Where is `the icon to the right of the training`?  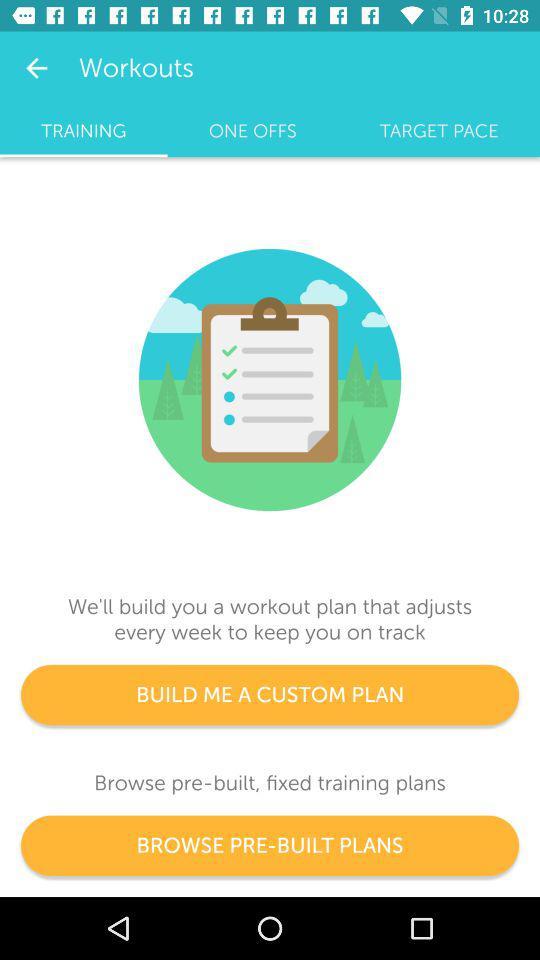
the icon to the right of the training is located at coordinates (252, 130).